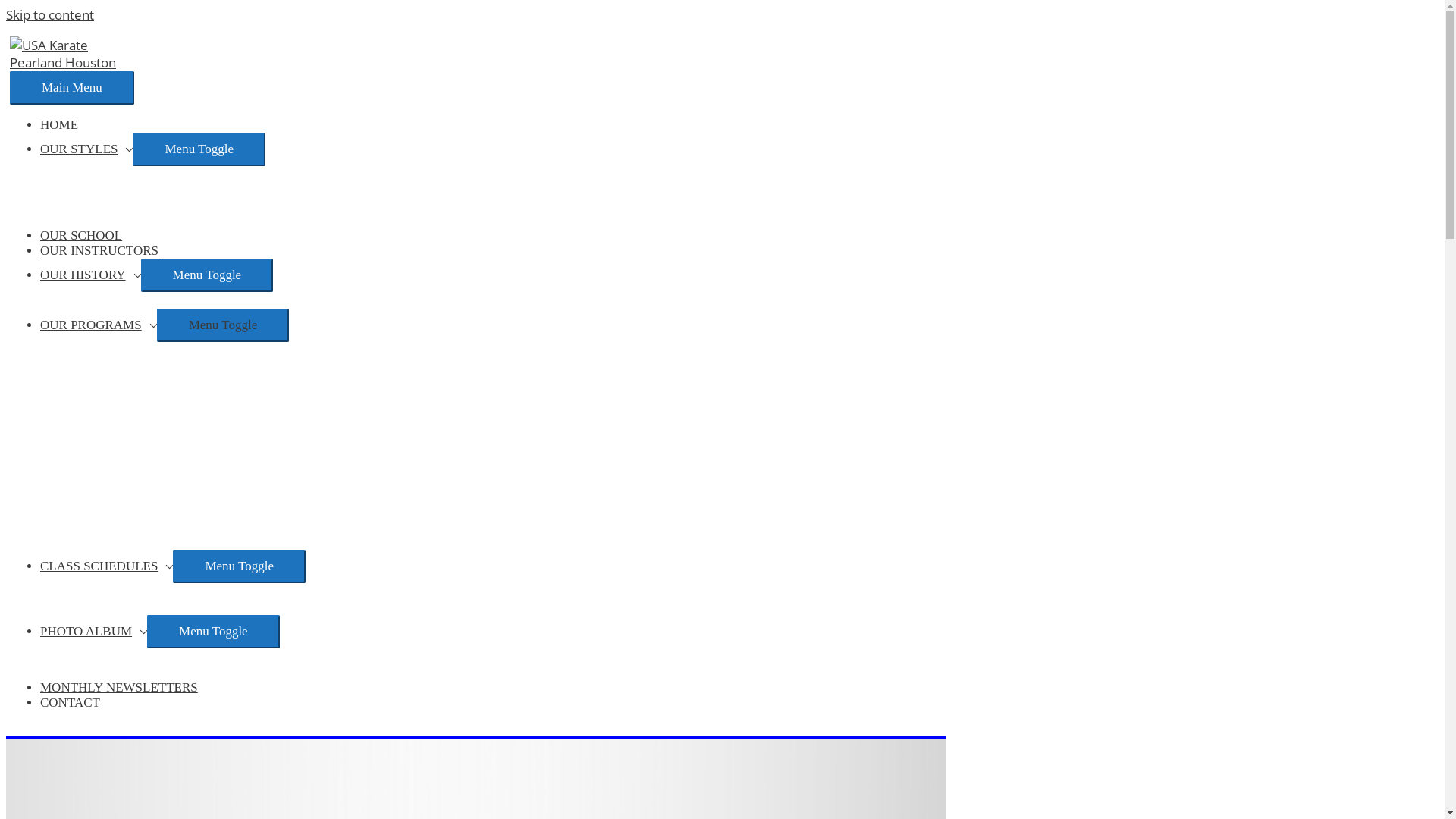 The width and height of the screenshot is (1456, 819). What do you see at coordinates (141, 275) in the screenshot?
I see `'Menu Toggle'` at bounding box center [141, 275].